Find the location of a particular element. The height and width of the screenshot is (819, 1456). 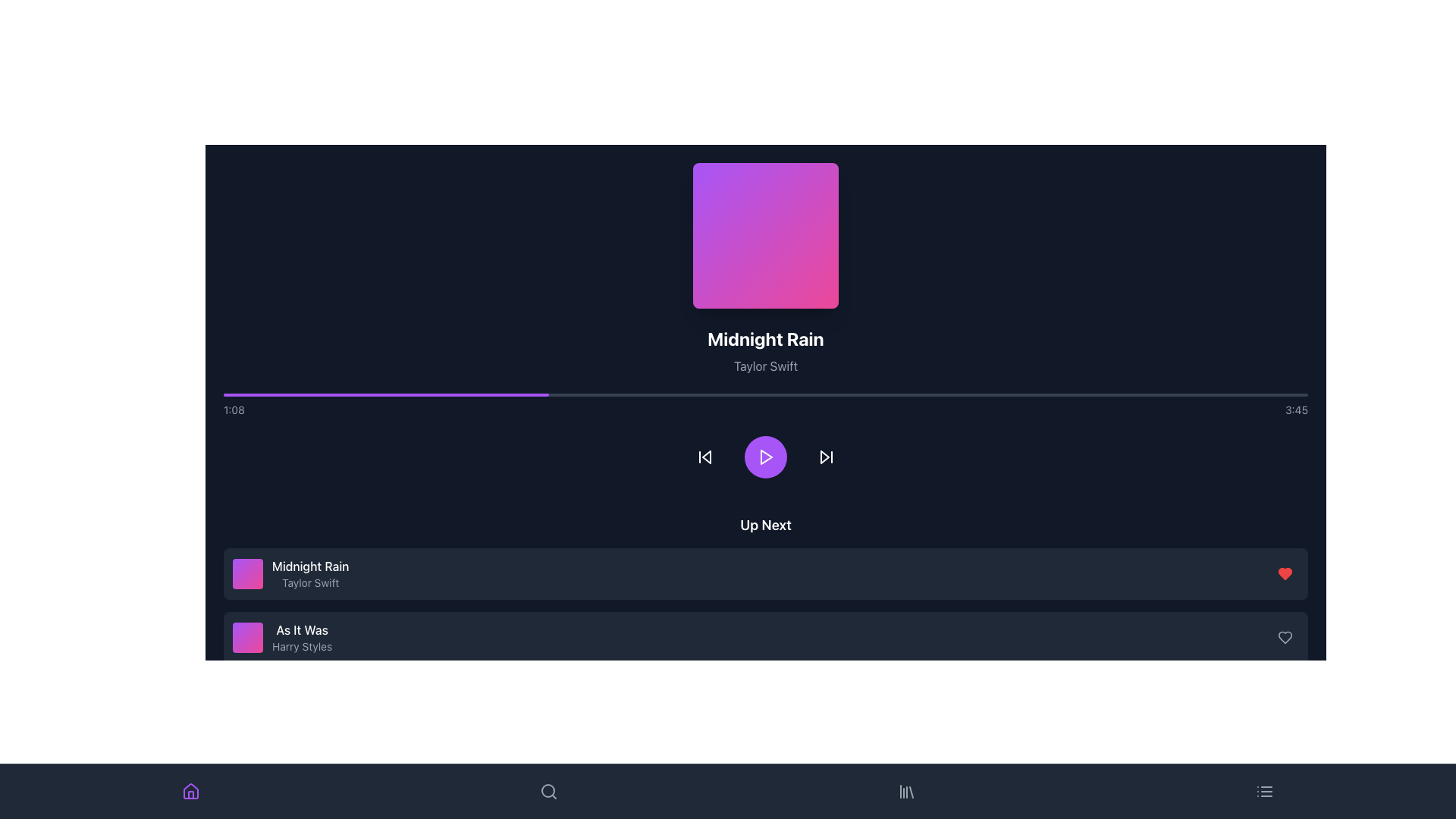

the search button, which is the second interactive element in the bottom navigation bar, to initiate a search is located at coordinates (548, 791).